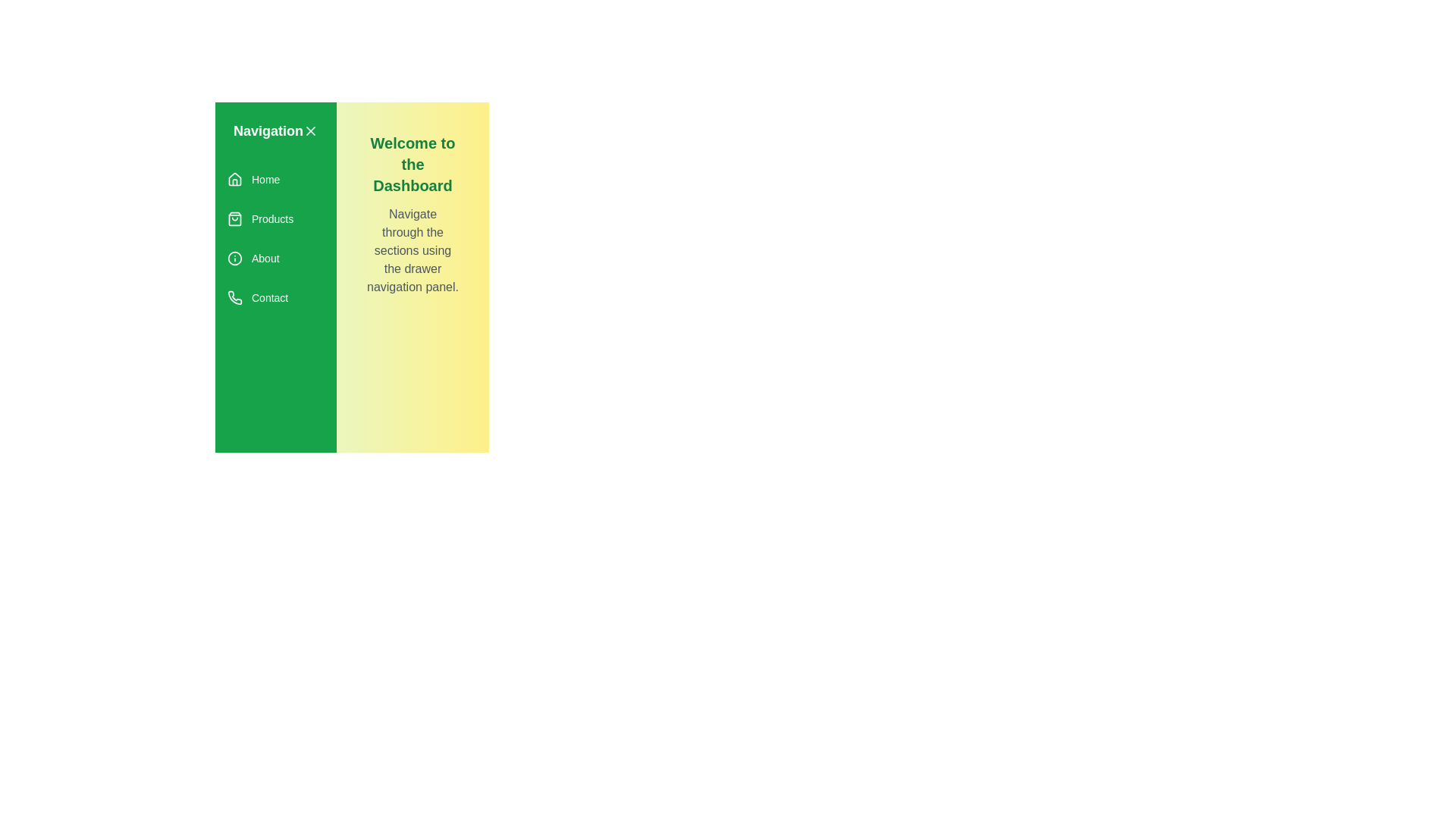 This screenshot has width=1456, height=819. Describe the element at coordinates (276, 257) in the screenshot. I see `the menu item About to navigate to the corresponding section` at that location.